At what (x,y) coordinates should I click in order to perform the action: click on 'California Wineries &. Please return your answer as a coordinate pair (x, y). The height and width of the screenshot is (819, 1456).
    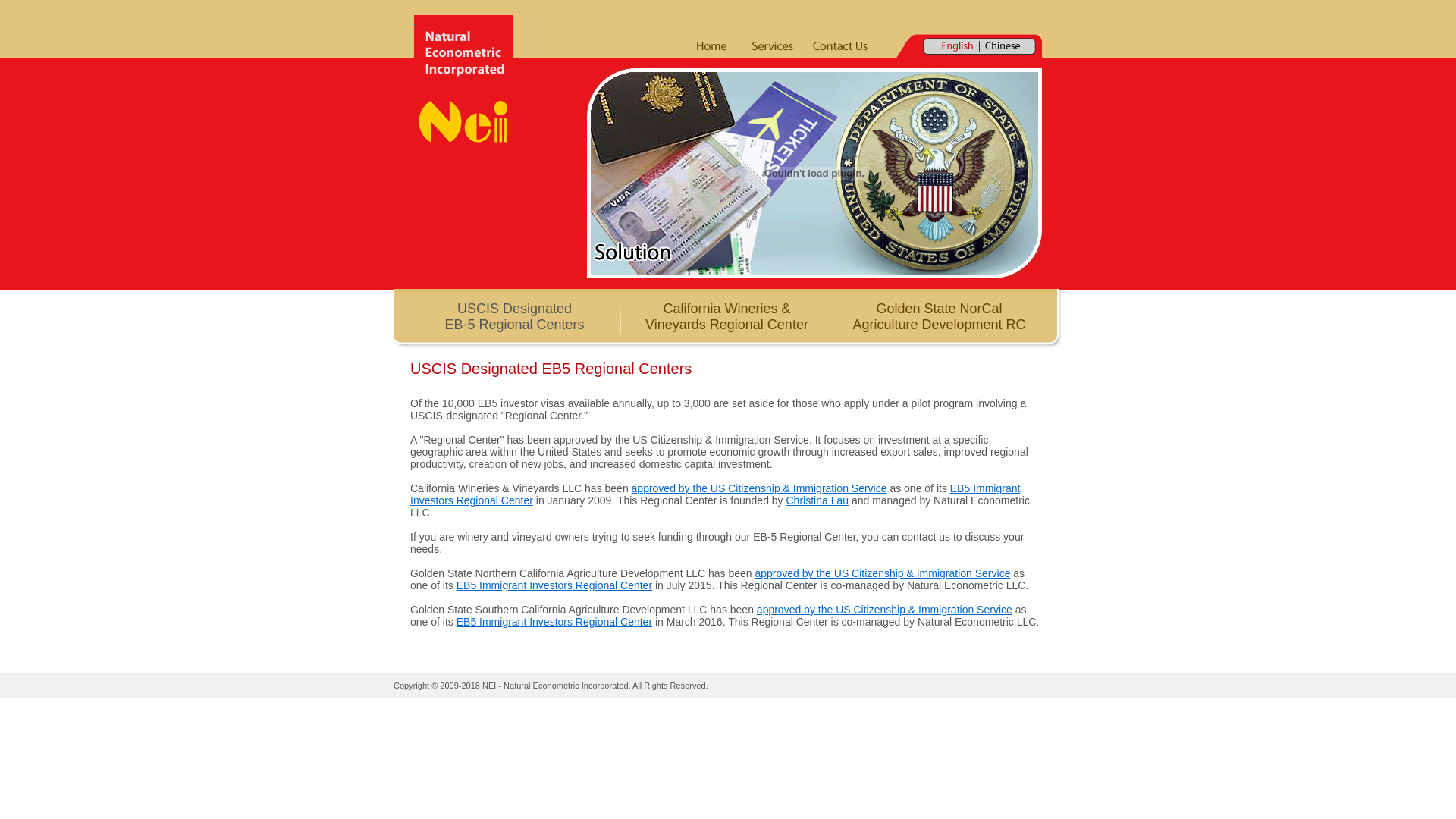
    Looking at the image, I should click on (726, 316).